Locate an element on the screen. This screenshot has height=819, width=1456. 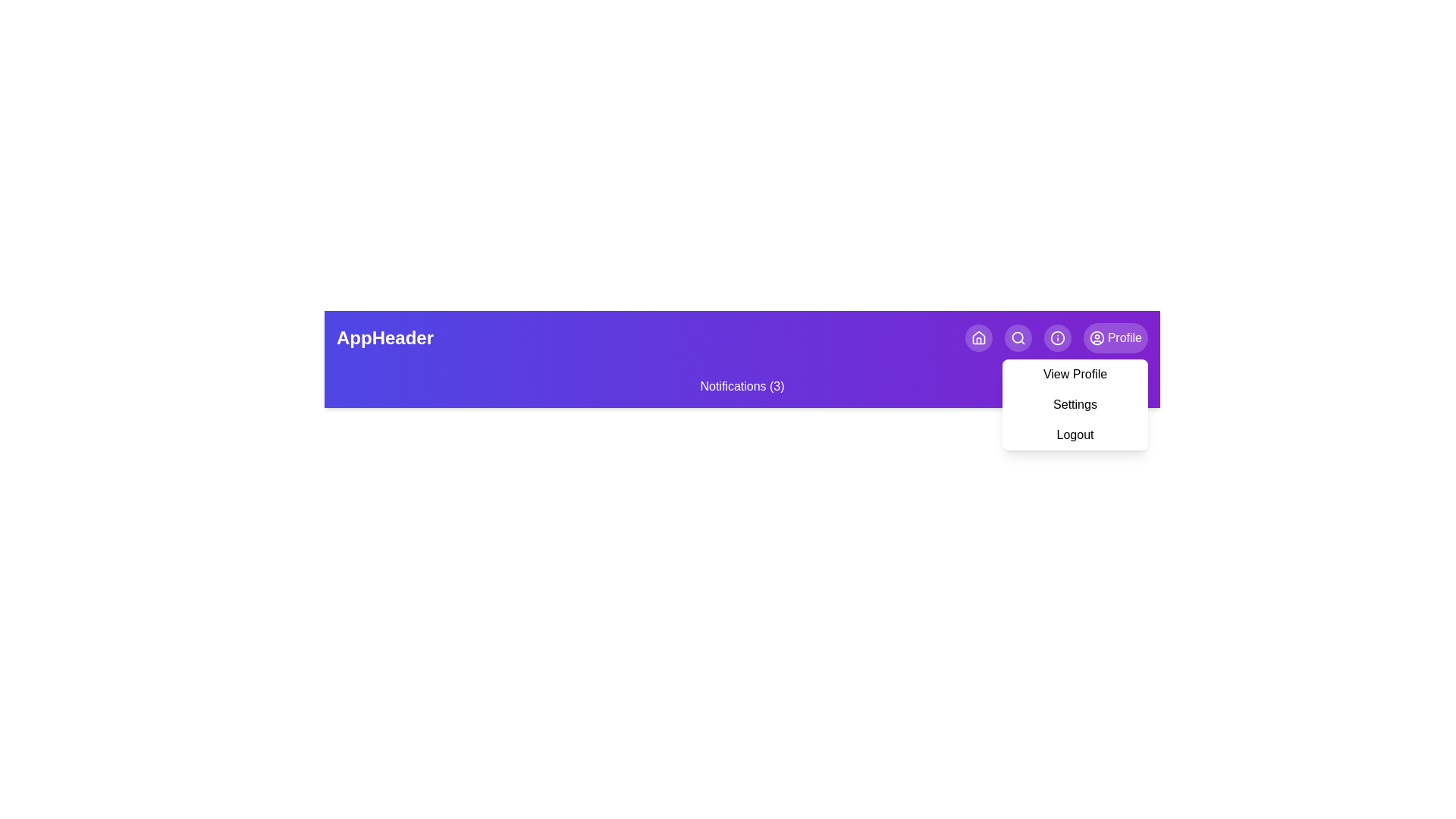
the notifications icon to view notifications is located at coordinates (1018, 337).